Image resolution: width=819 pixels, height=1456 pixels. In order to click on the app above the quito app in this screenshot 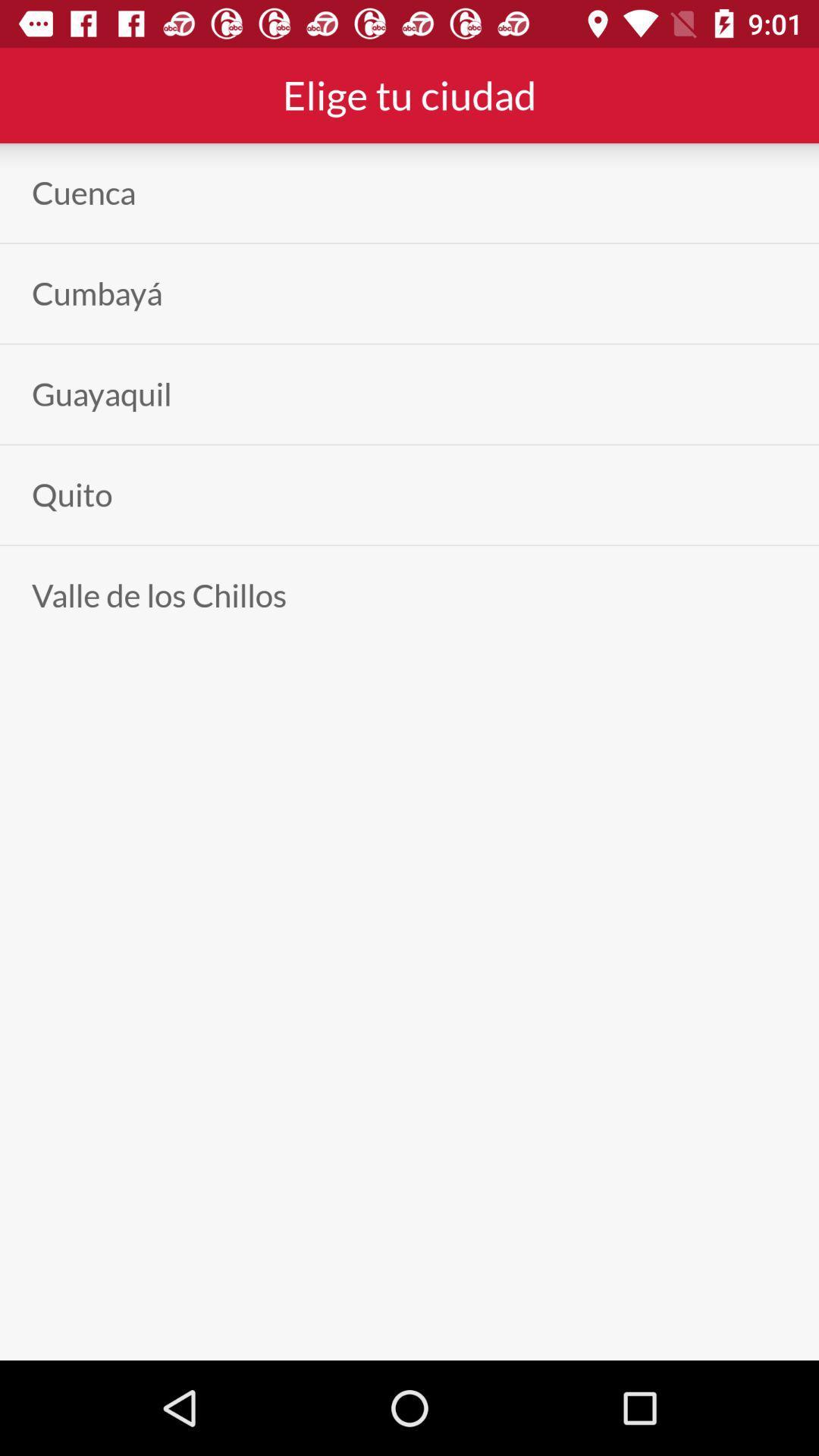, I will do `click(102, 394)`.